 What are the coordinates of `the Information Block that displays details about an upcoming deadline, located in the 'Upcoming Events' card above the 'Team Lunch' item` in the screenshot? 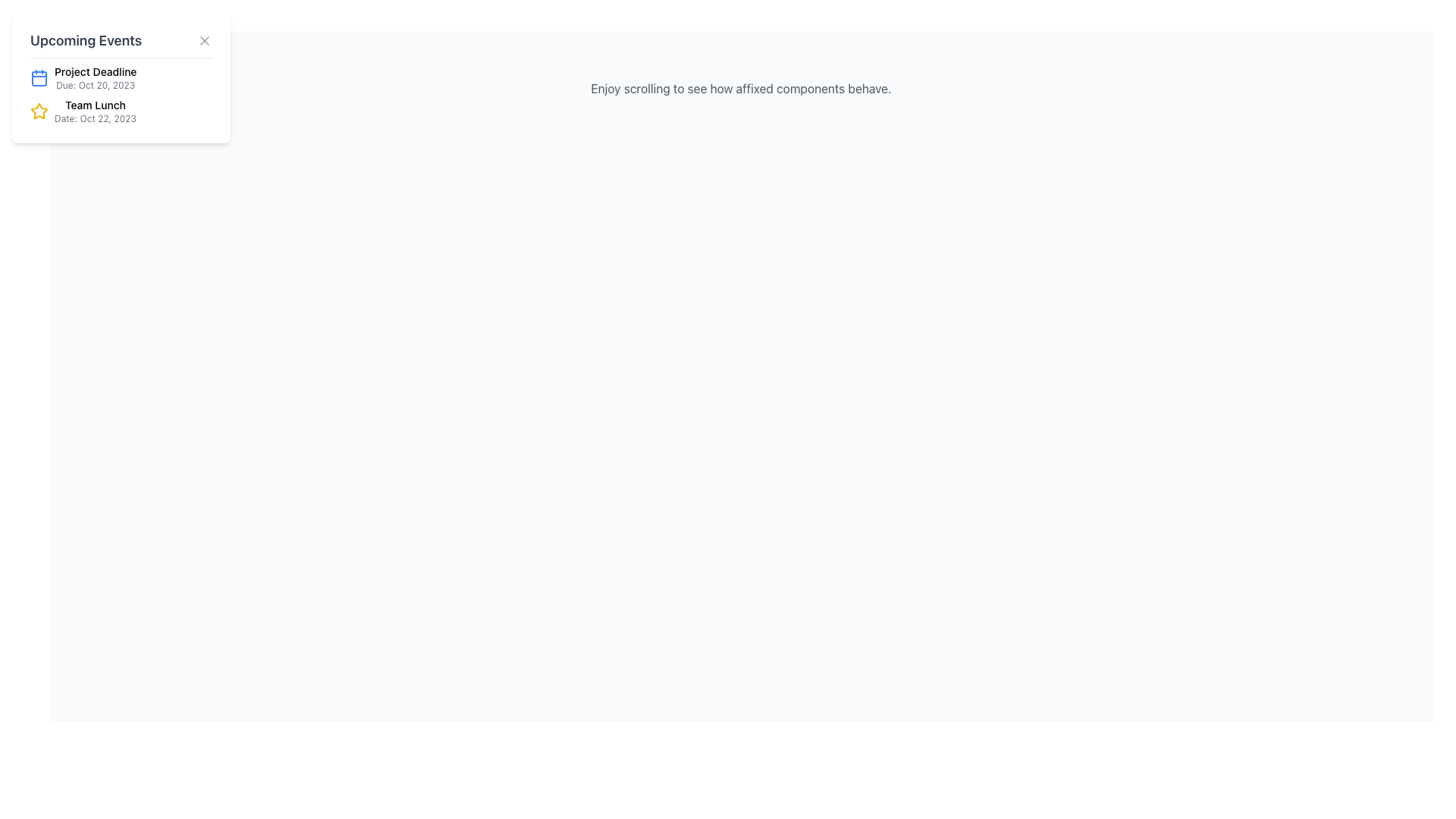 It's located at (120, 78).